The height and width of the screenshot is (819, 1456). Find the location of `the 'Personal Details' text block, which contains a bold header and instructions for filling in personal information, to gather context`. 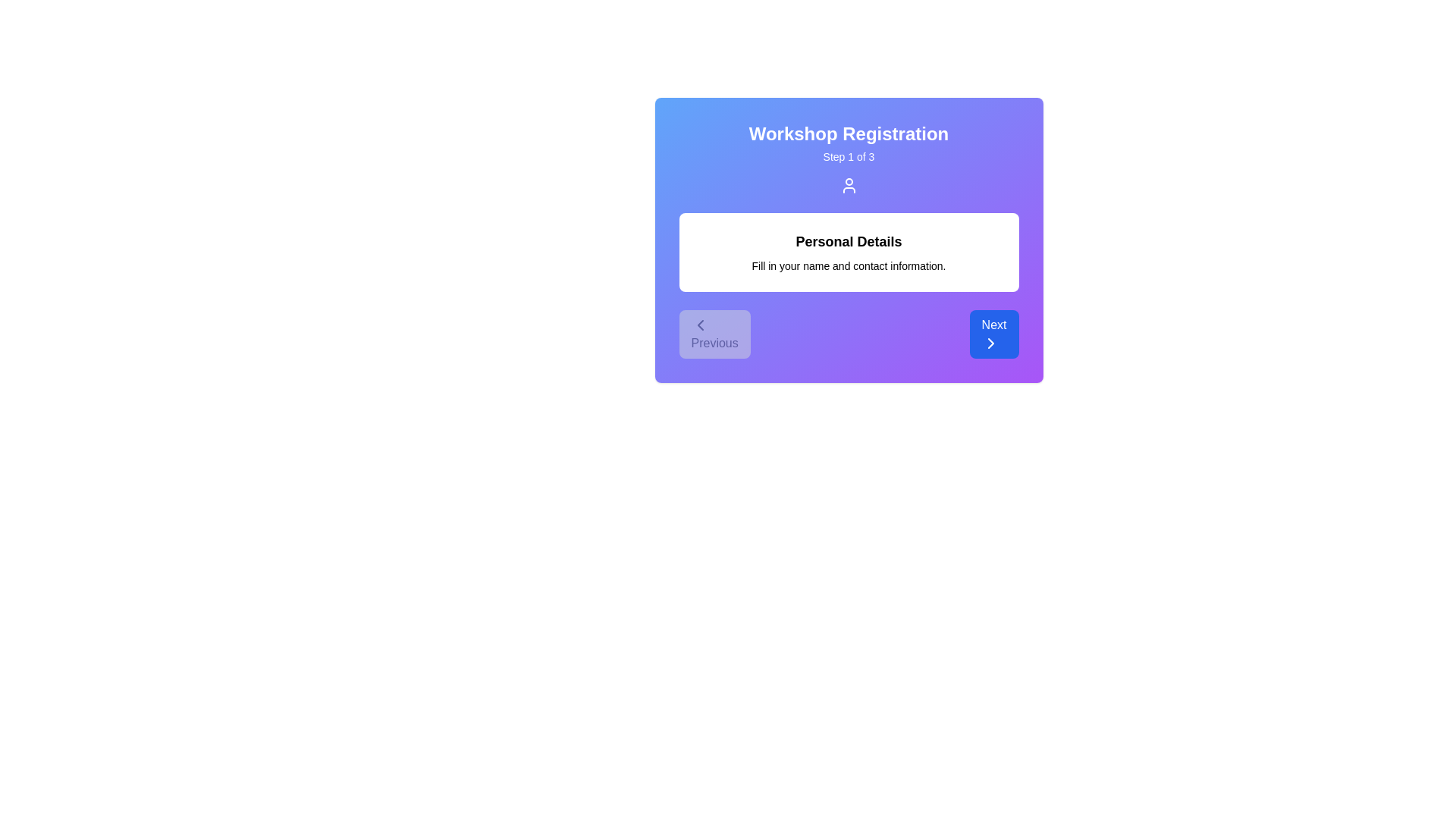

the 'Personal Details' text block, which contains a bold header and instructions for filling in personal information, to gather context is located at coordinates (848, 251).